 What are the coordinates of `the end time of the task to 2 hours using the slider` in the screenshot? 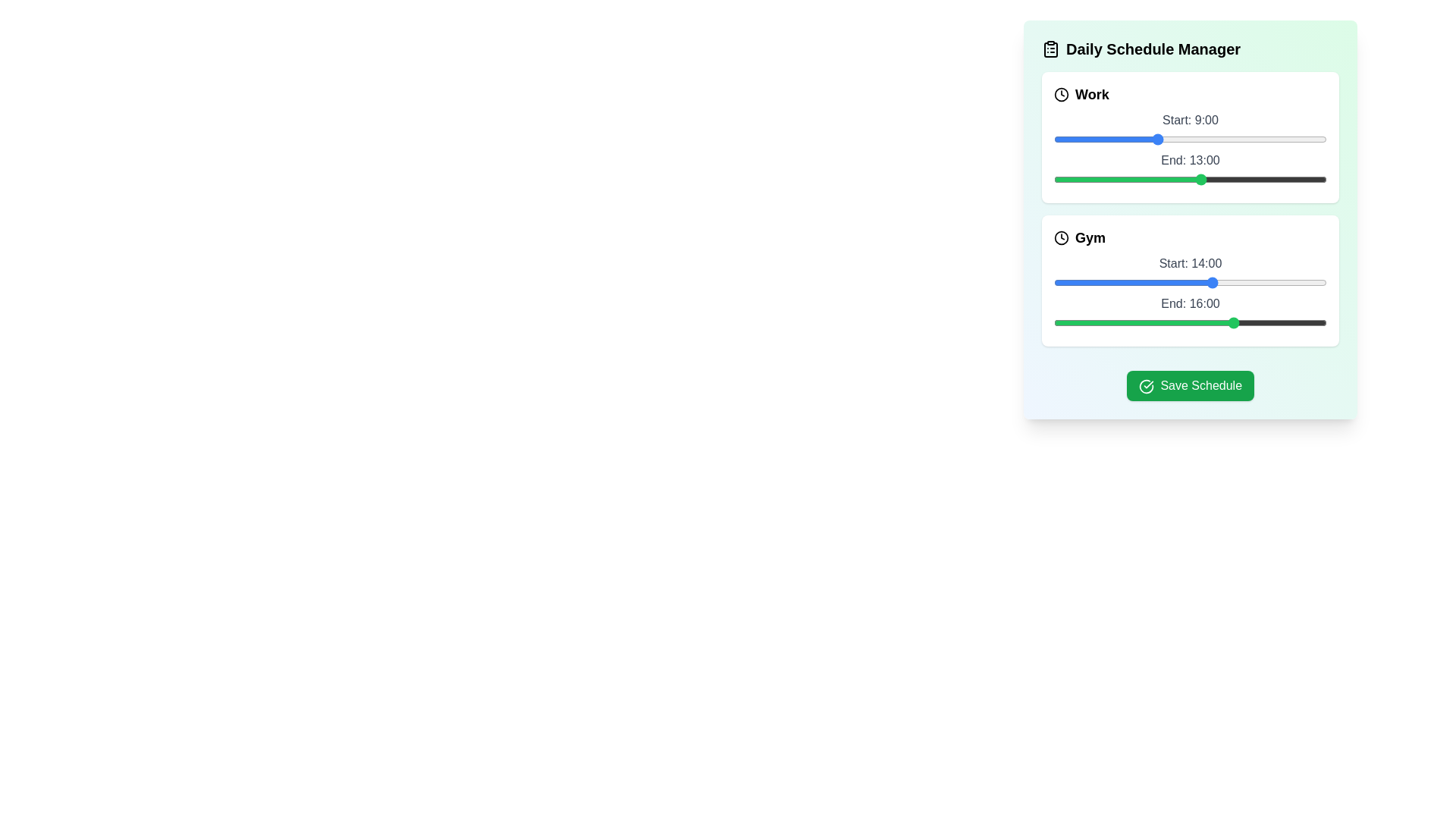 It's located at (1076, 178).